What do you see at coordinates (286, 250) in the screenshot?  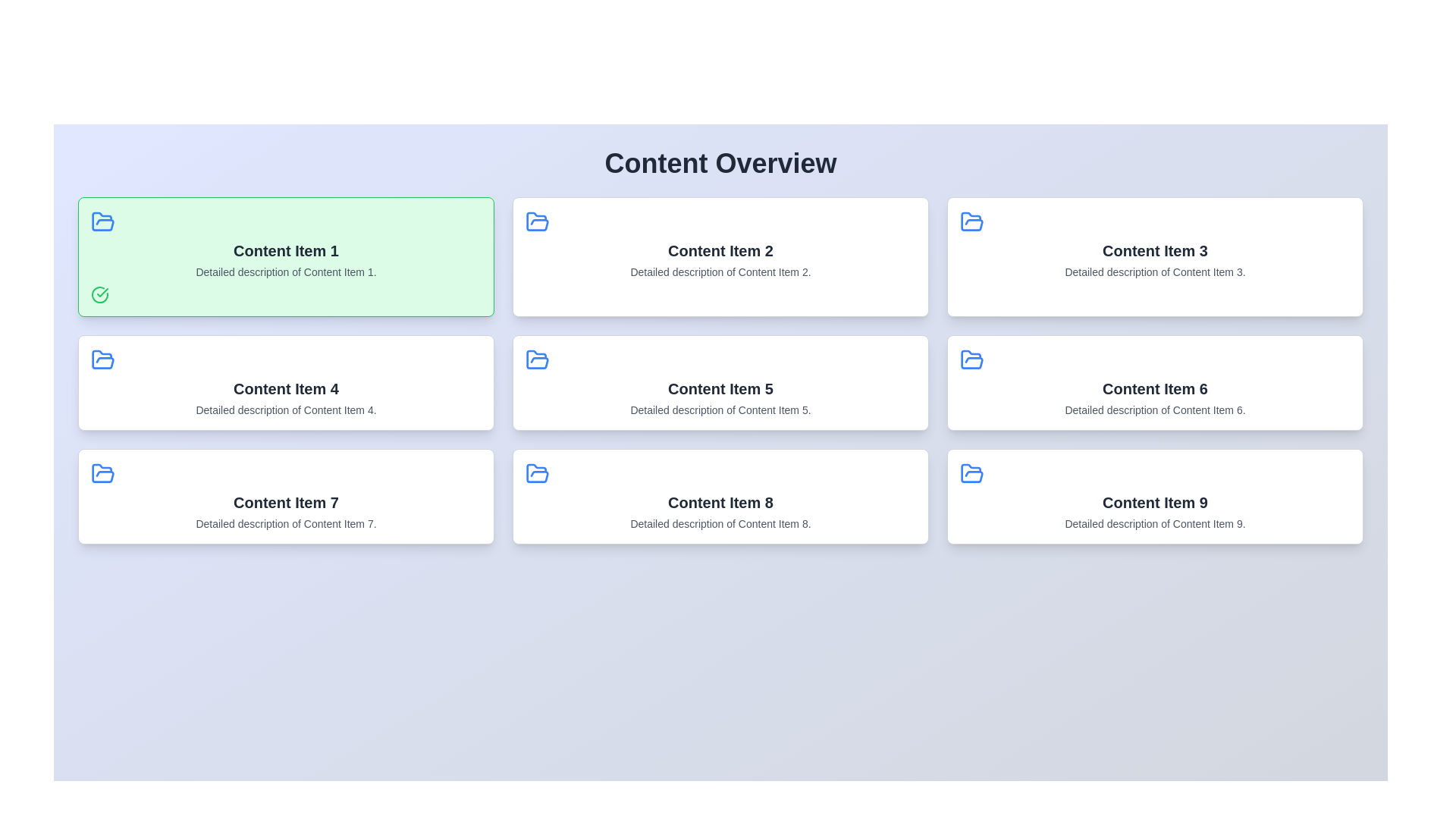 I see `the Text label that displays the title or heading of the associated content item, located in the top-left corner of the first item card in the grid layout` at bounding box center [286, 250].